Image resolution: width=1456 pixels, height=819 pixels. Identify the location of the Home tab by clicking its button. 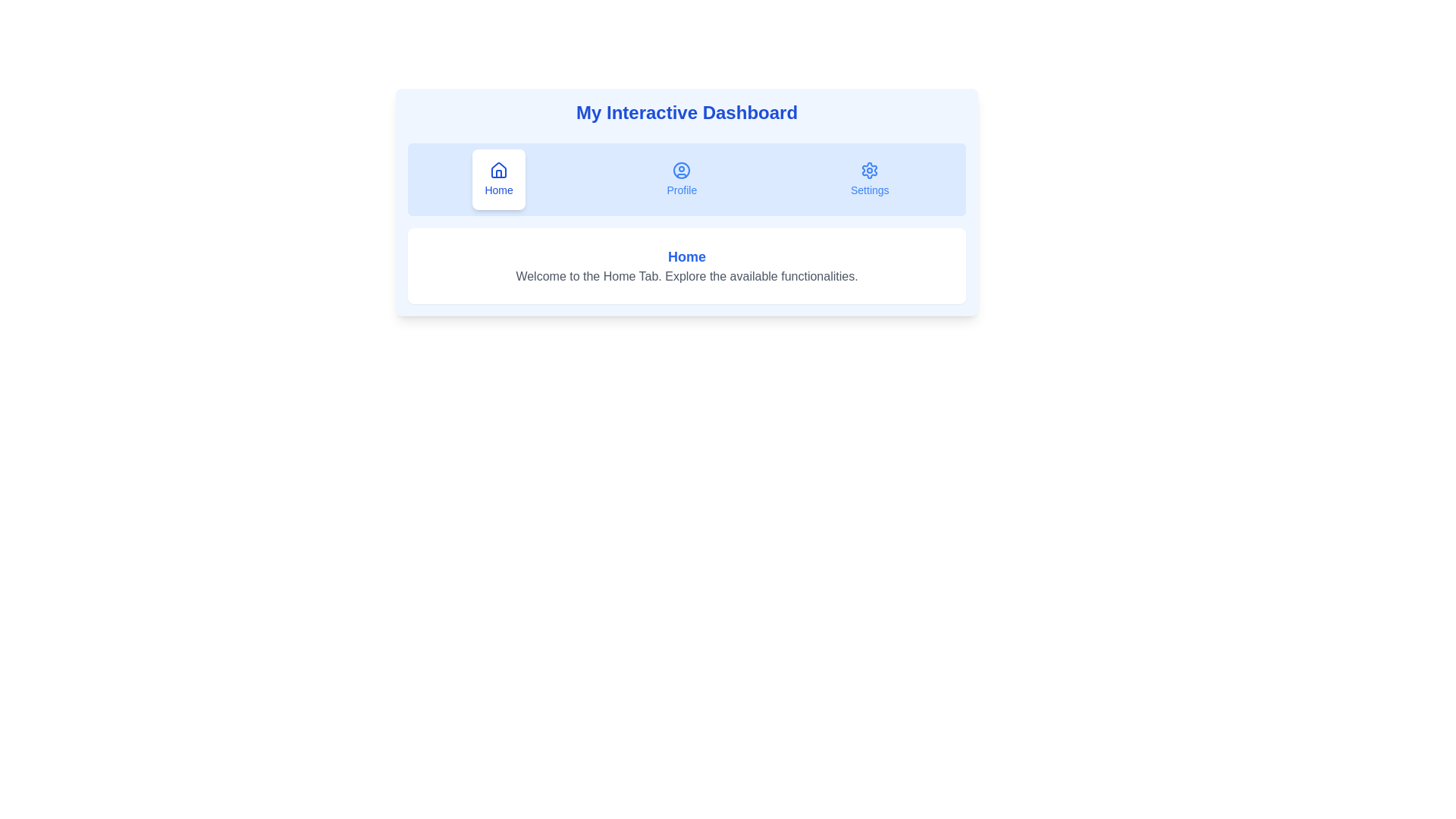
(498, 178).